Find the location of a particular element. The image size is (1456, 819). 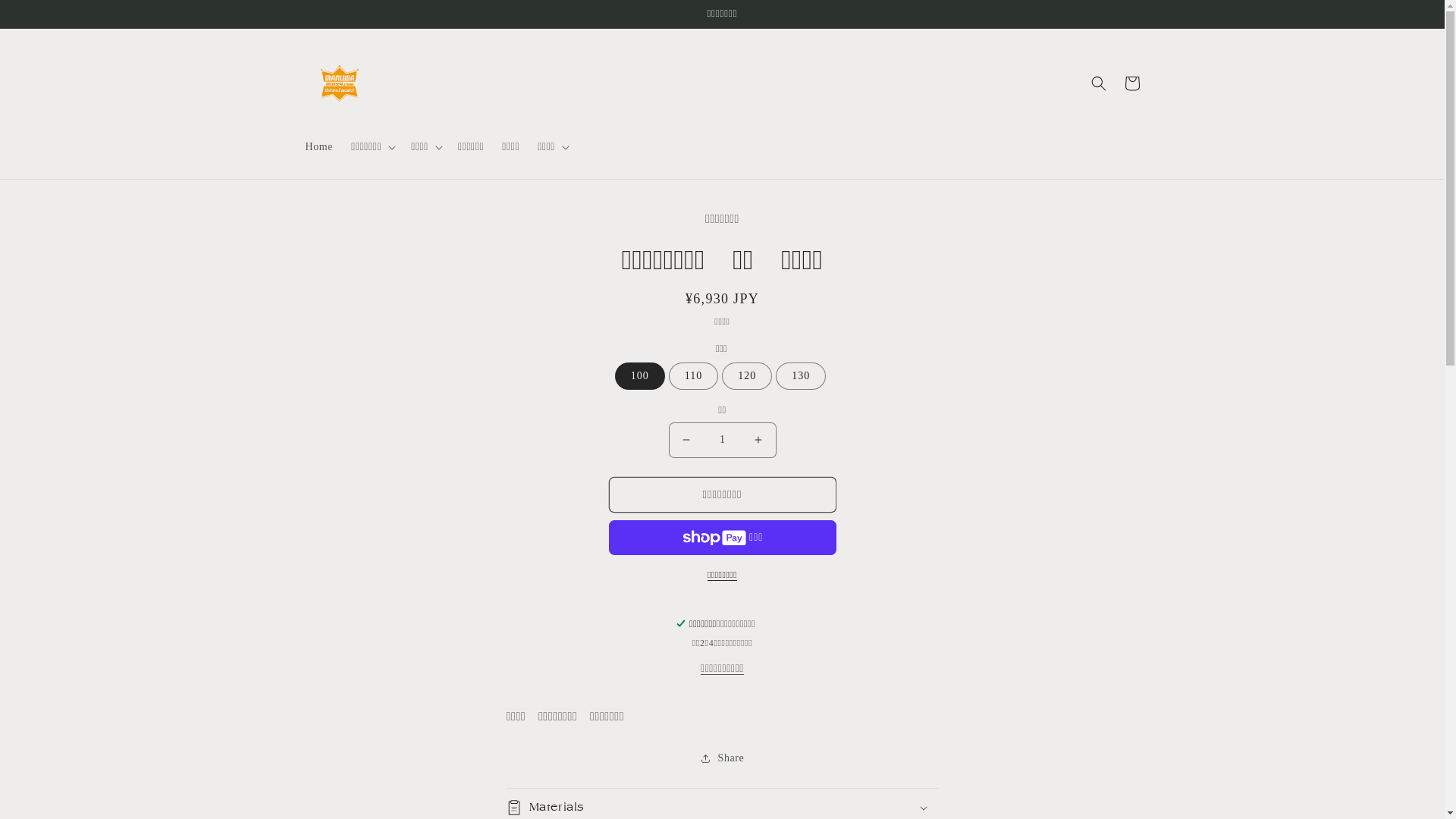

'Home' is located at coordinates (318, 146).